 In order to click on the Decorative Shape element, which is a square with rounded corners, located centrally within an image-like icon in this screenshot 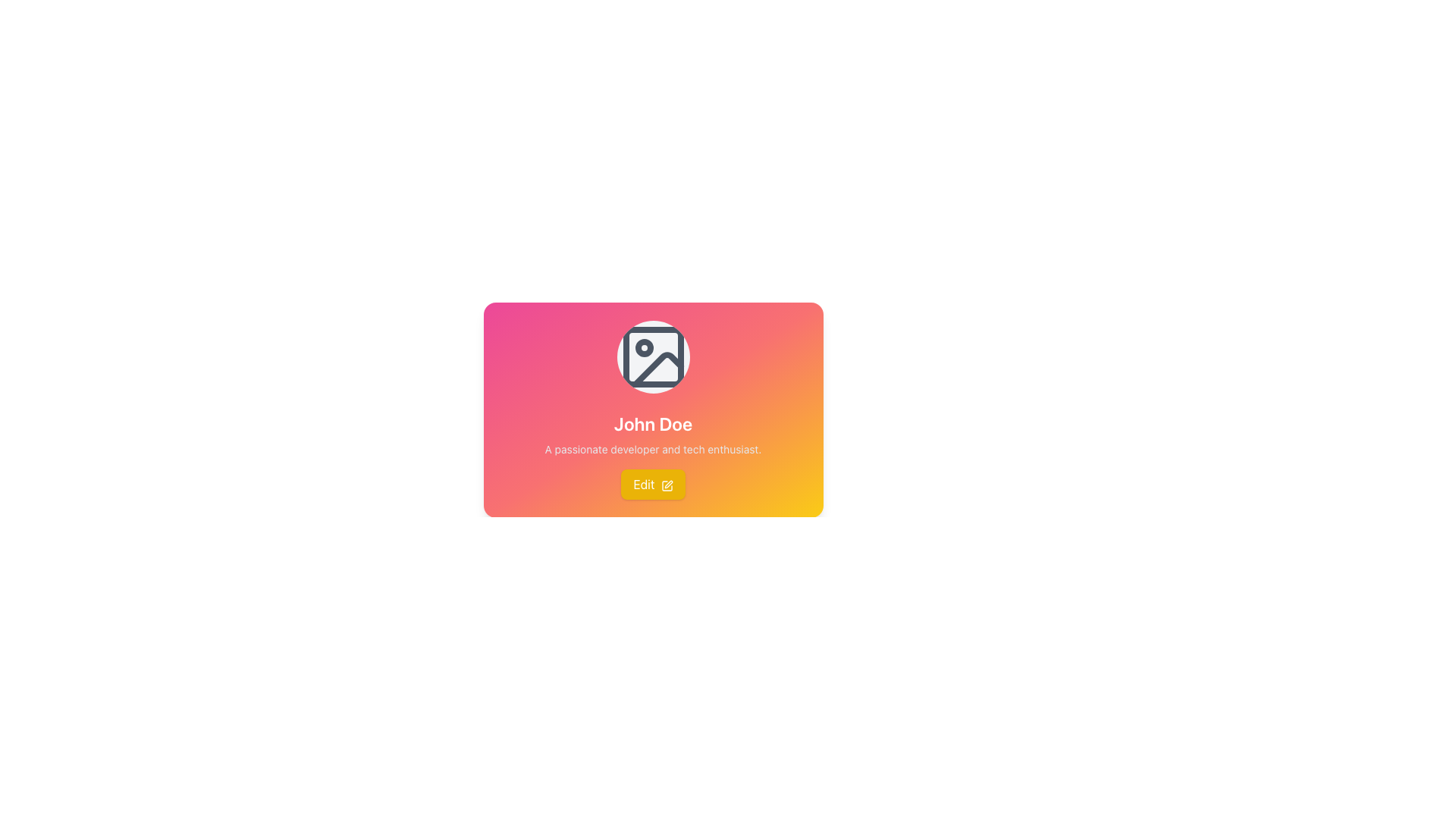, I will do `click(653, 356)`.